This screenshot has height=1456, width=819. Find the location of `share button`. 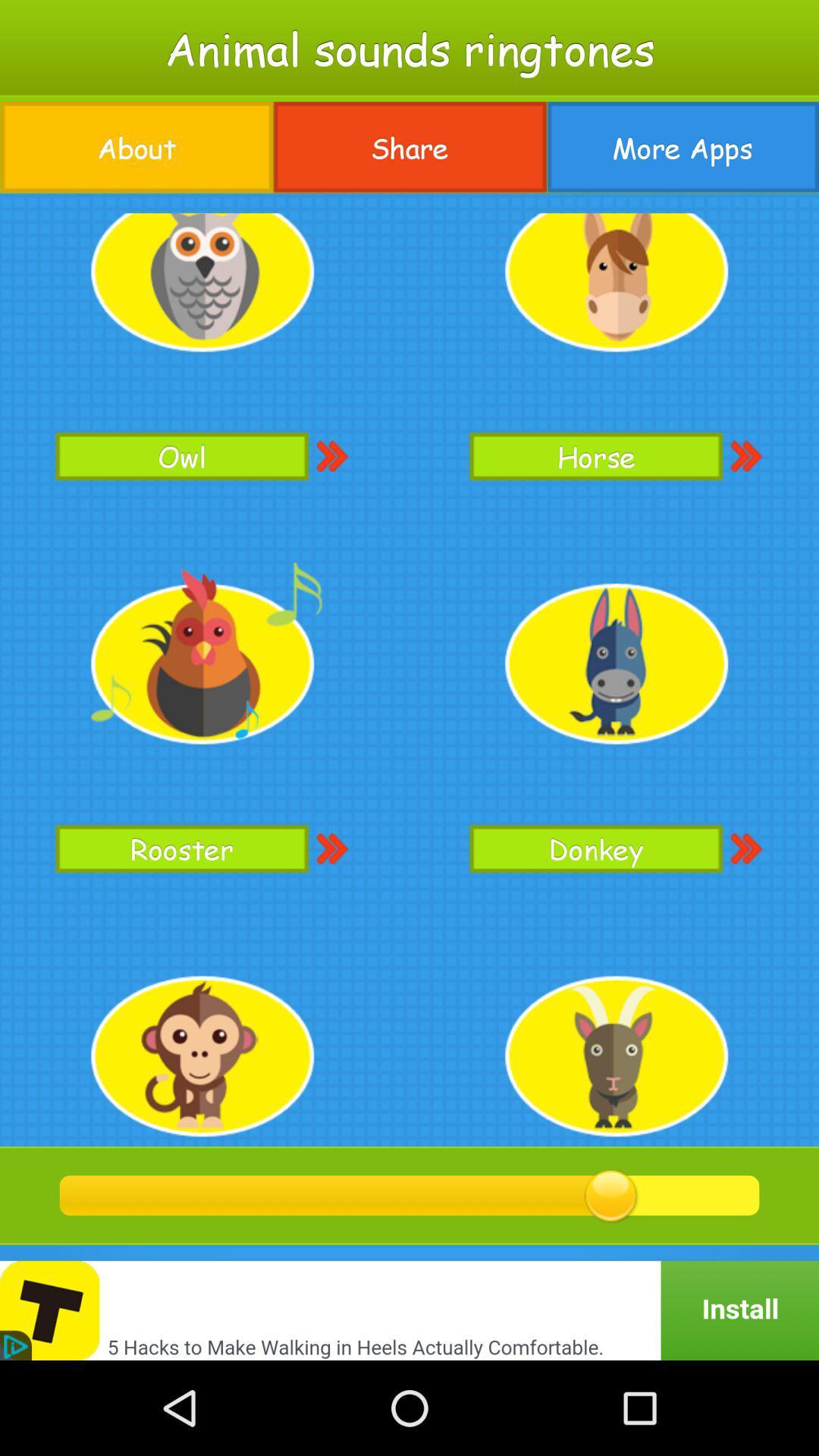

share button is located at coordinates (409, 147).